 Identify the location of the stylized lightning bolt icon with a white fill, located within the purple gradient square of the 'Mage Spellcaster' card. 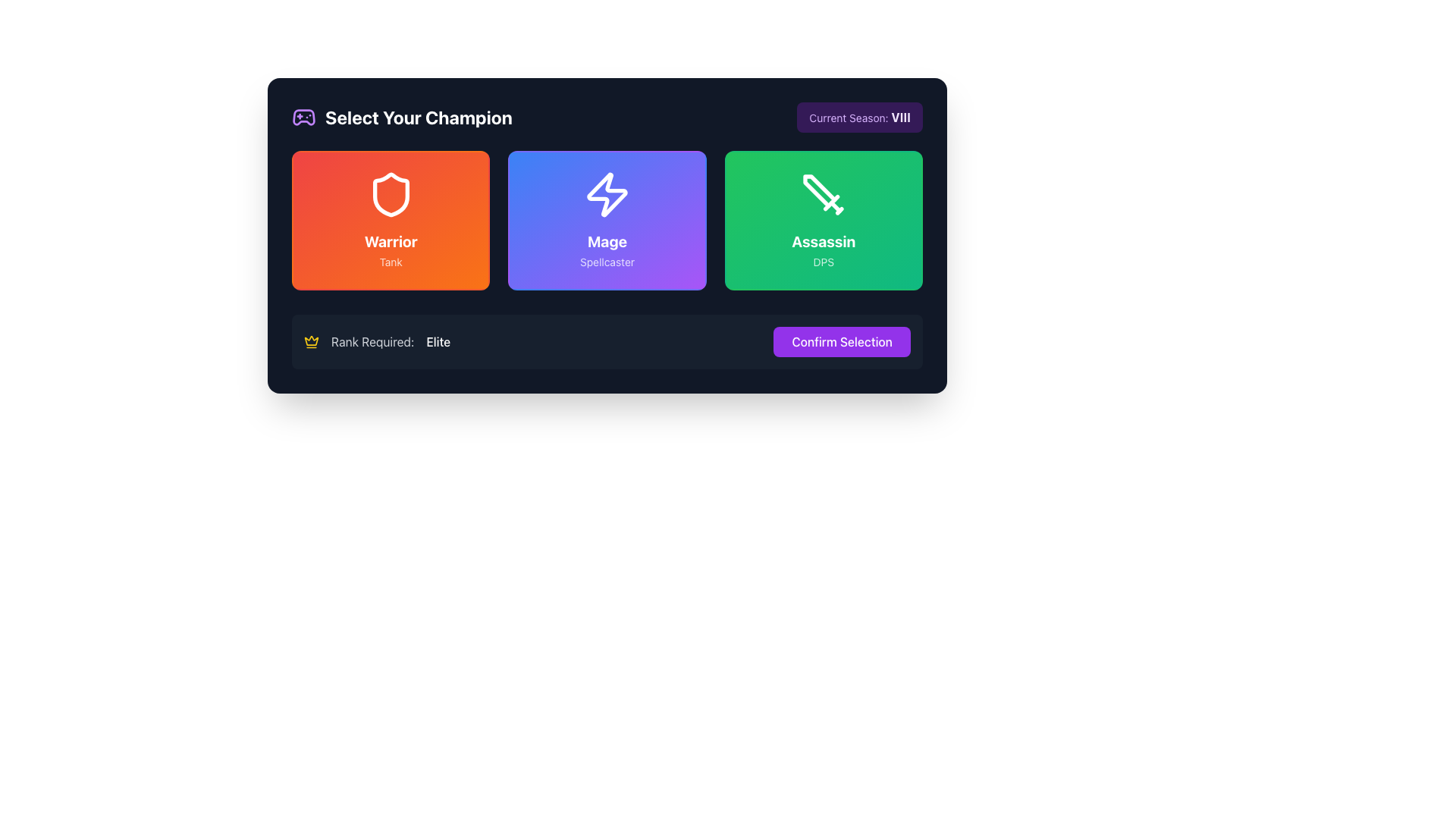
(607, 194).